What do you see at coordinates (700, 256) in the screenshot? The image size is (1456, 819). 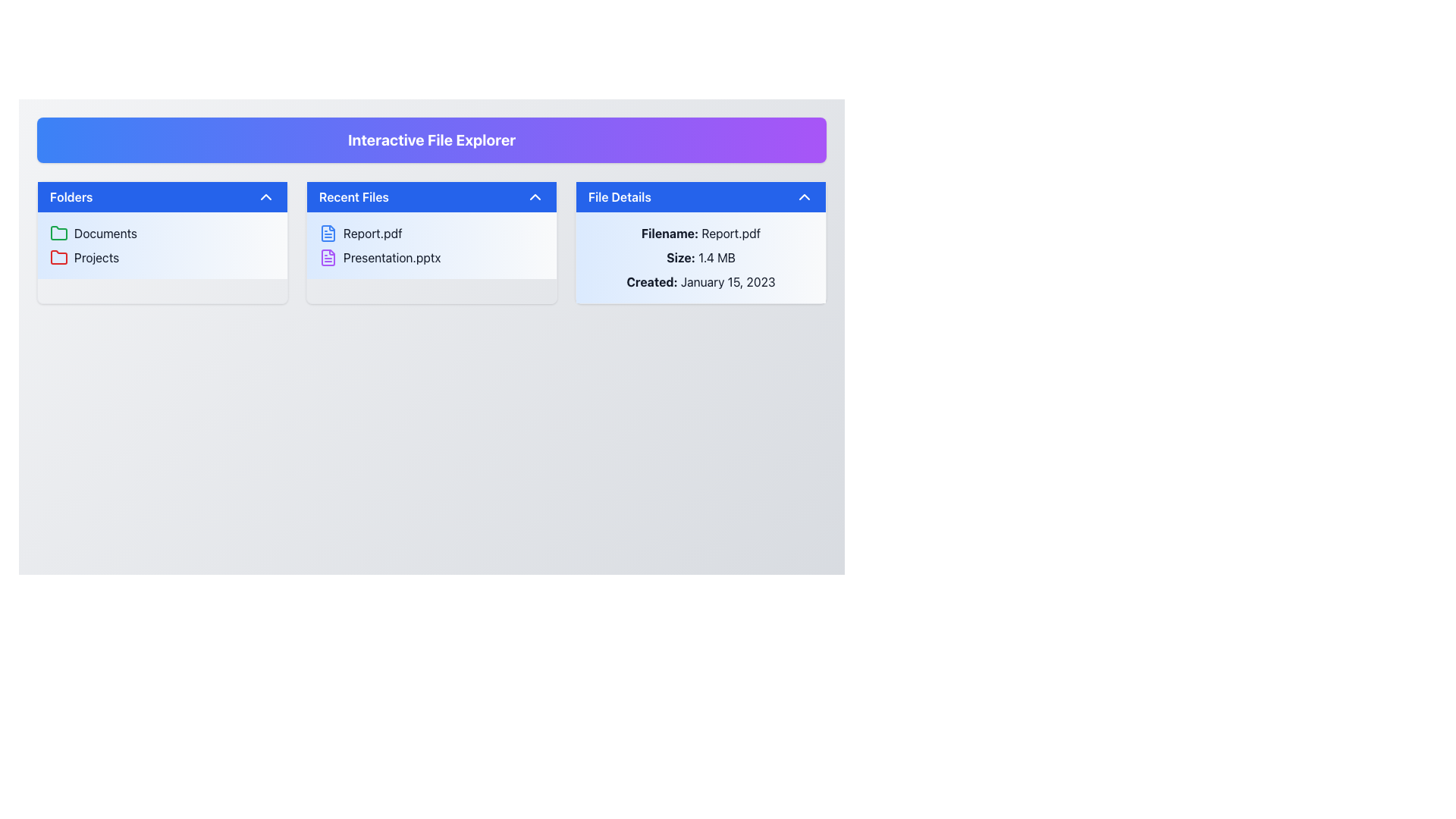 I see `the text display area that shows detailed information about a file, including 'Report.pdf', '1.4 MB', and 'January 15, 2023', located in the 'File Details' section` at bounding box center [700, 256].